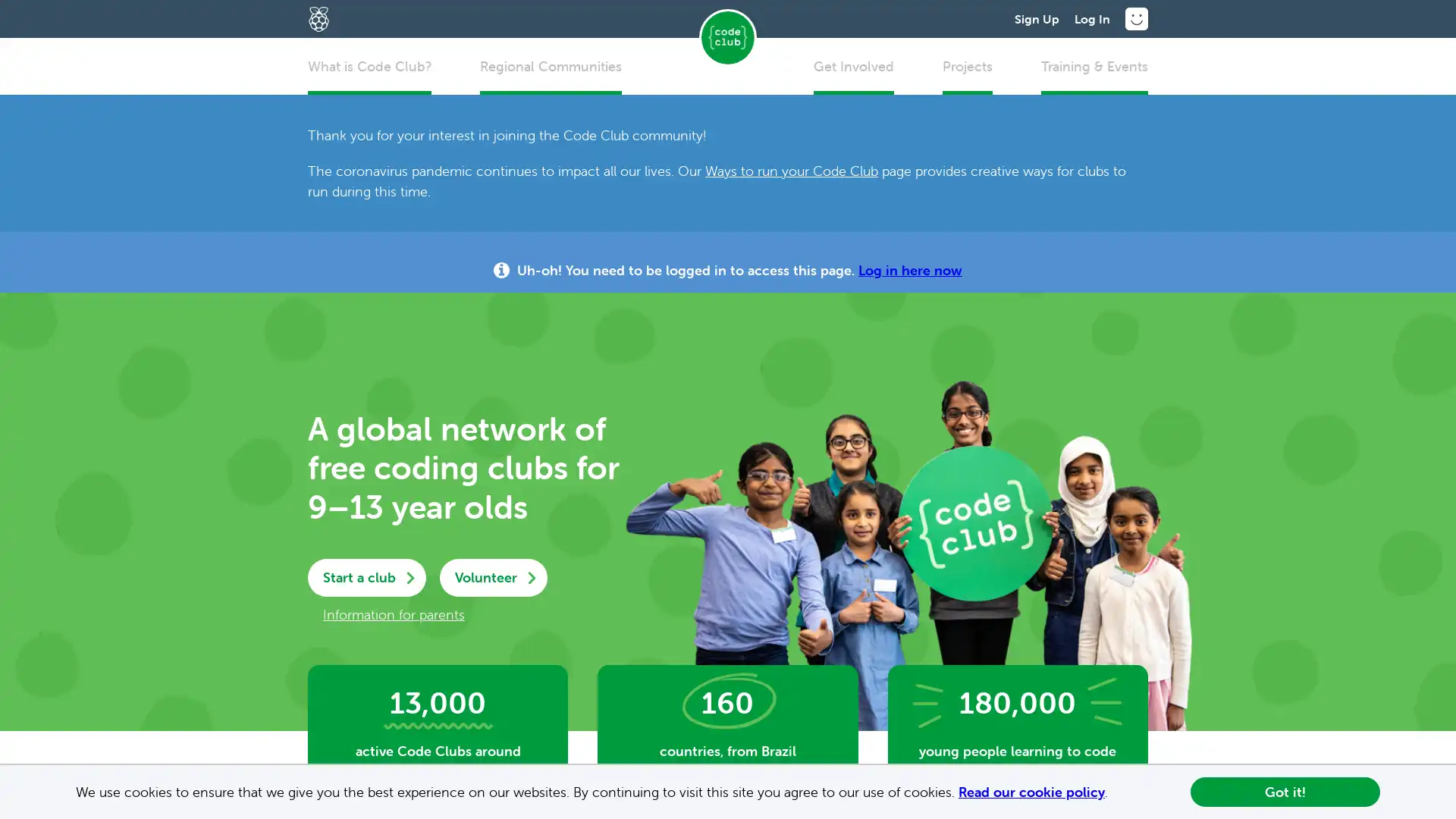 The width and height of the screenshot is (1456, 819). Describe the element at coordinates (1284, 791) in the screenshot. I see `dismiss cookie message` at that location.